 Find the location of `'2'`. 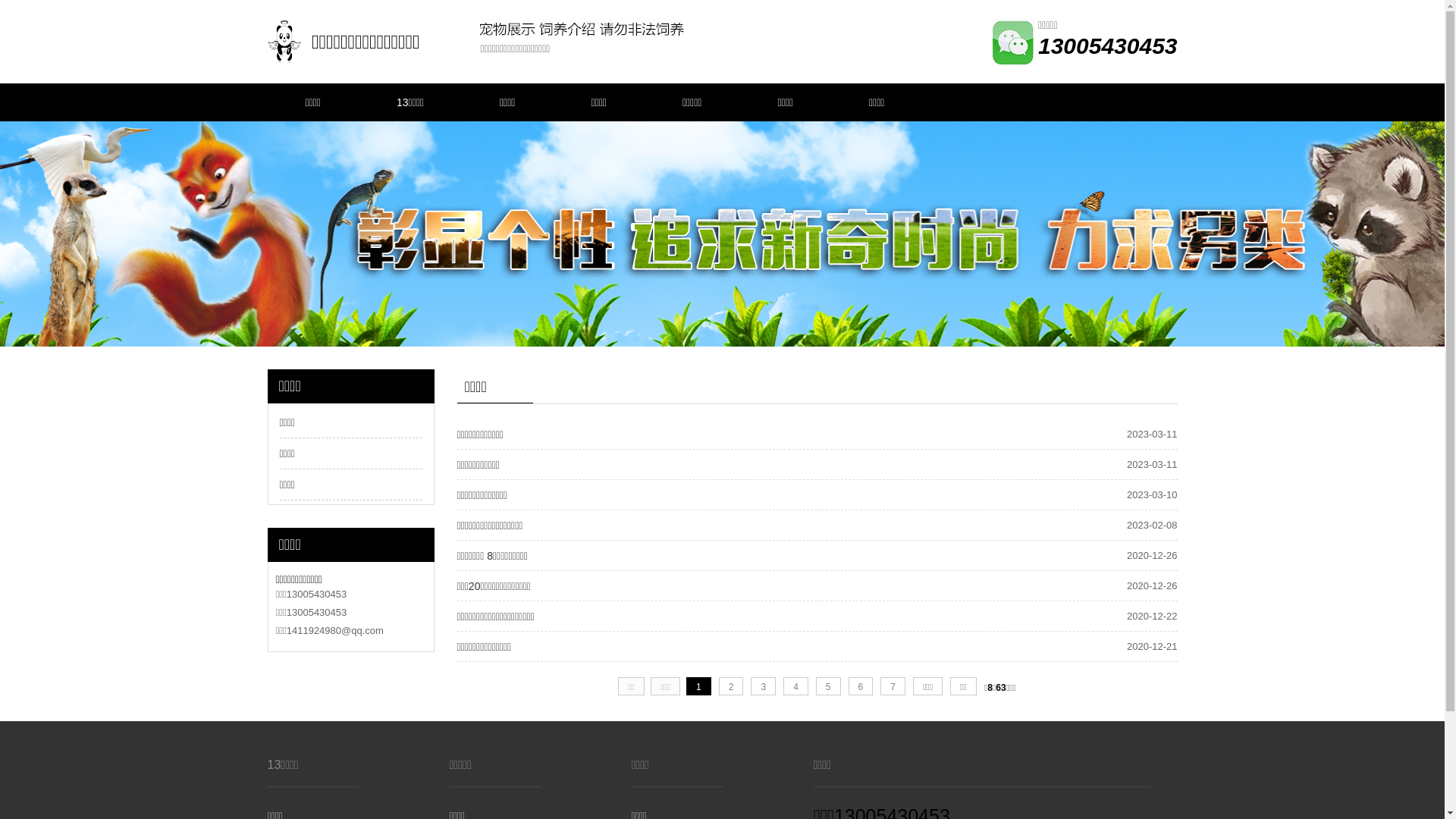

'2' is located at coordinates (731, 686).